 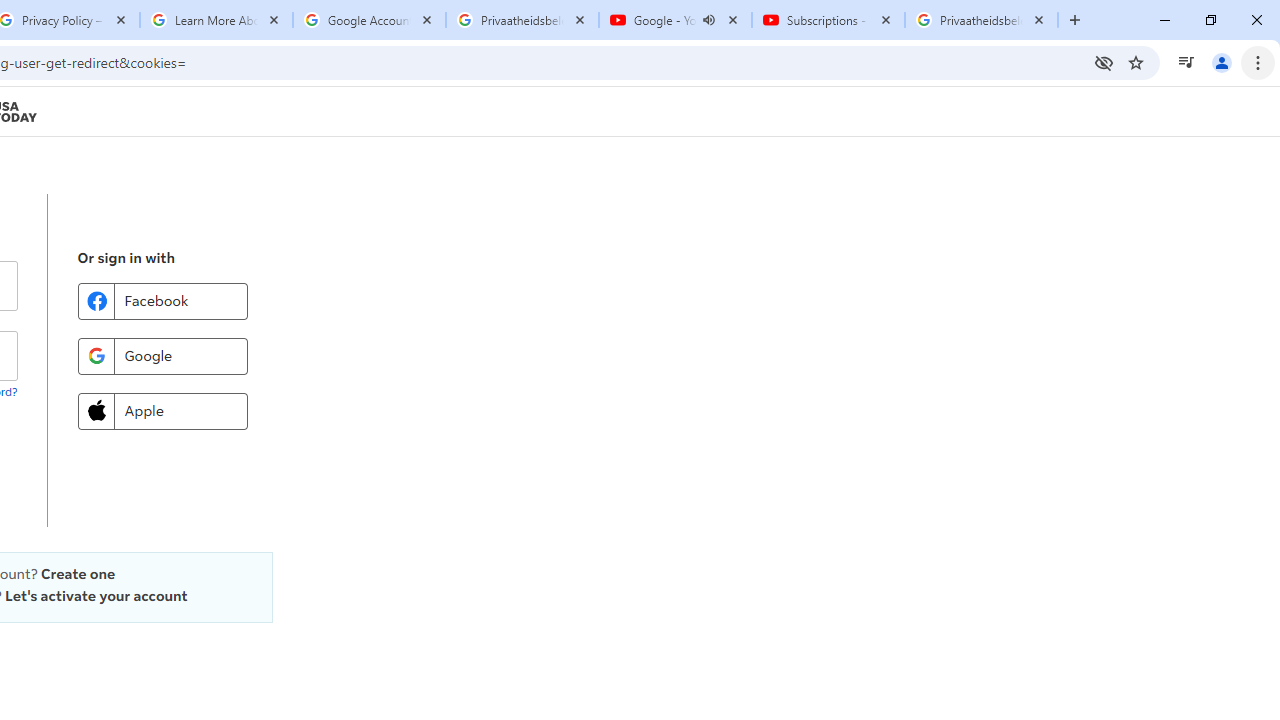 I want to click on 'Facebook', so click(x=162, y=300).